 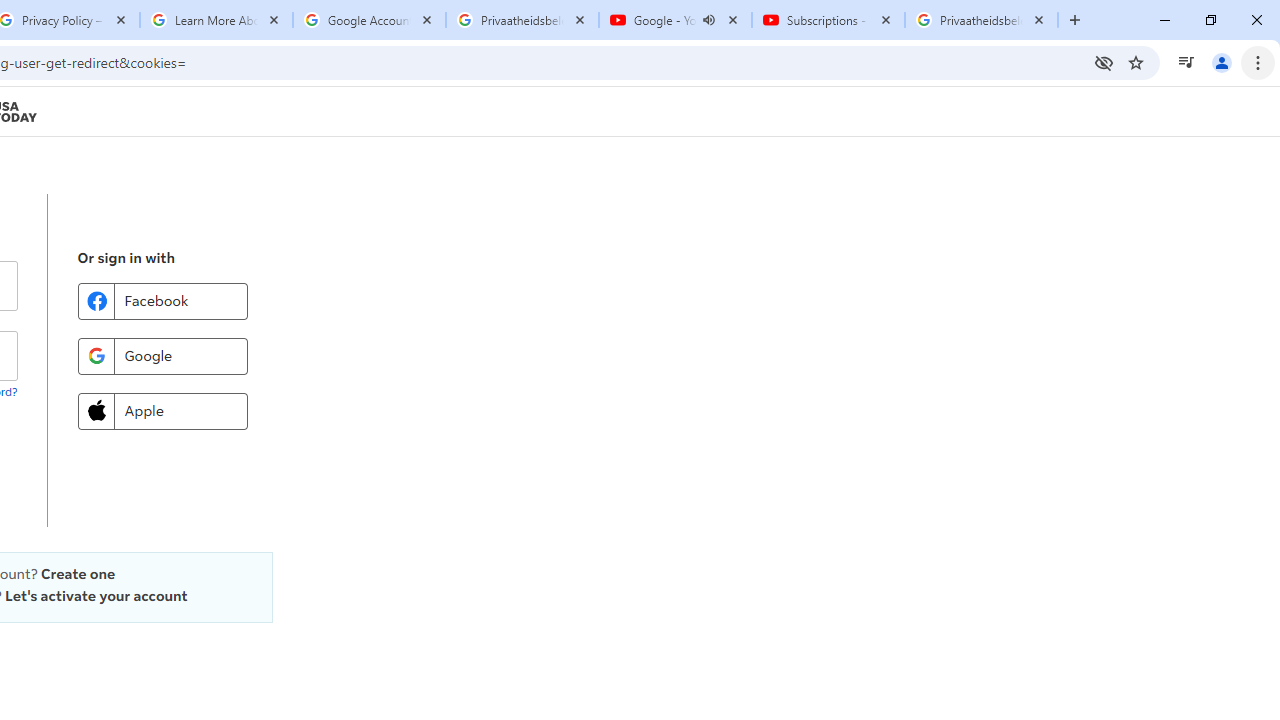 I want to click on 'Facebook', so click(x=162, y=300).